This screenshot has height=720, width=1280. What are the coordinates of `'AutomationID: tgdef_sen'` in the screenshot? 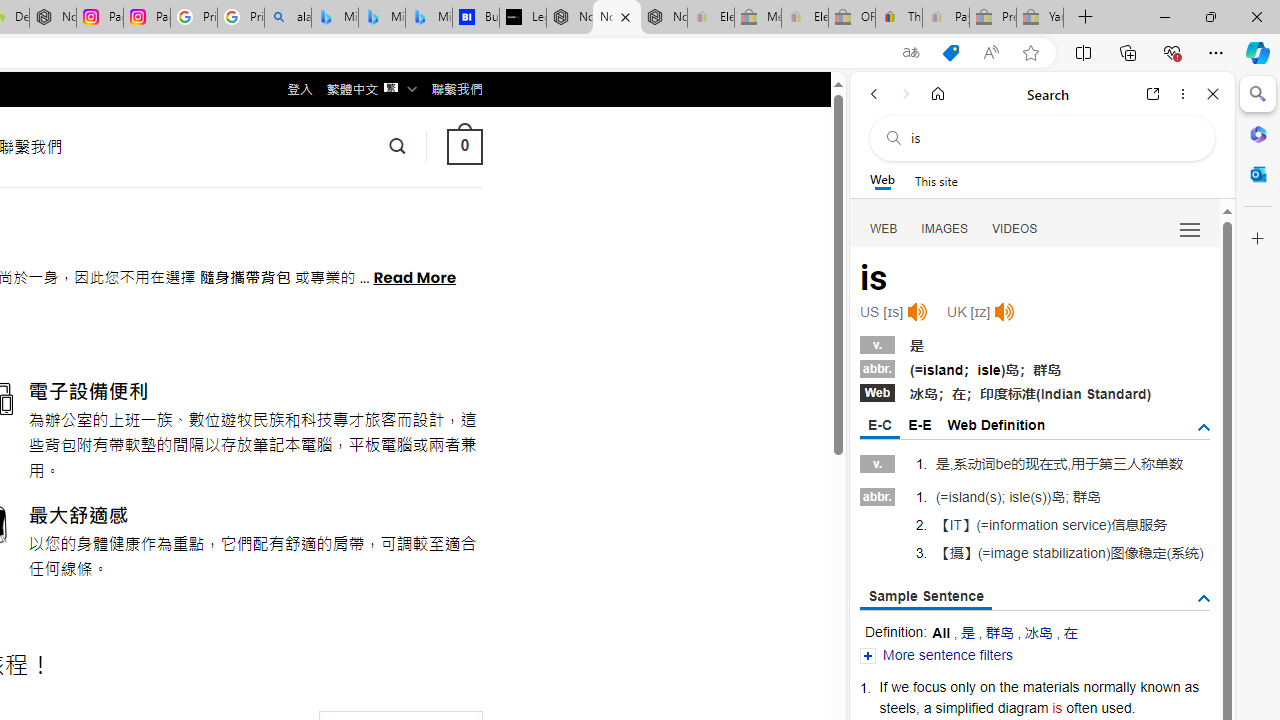 It's located at (1202, 598).